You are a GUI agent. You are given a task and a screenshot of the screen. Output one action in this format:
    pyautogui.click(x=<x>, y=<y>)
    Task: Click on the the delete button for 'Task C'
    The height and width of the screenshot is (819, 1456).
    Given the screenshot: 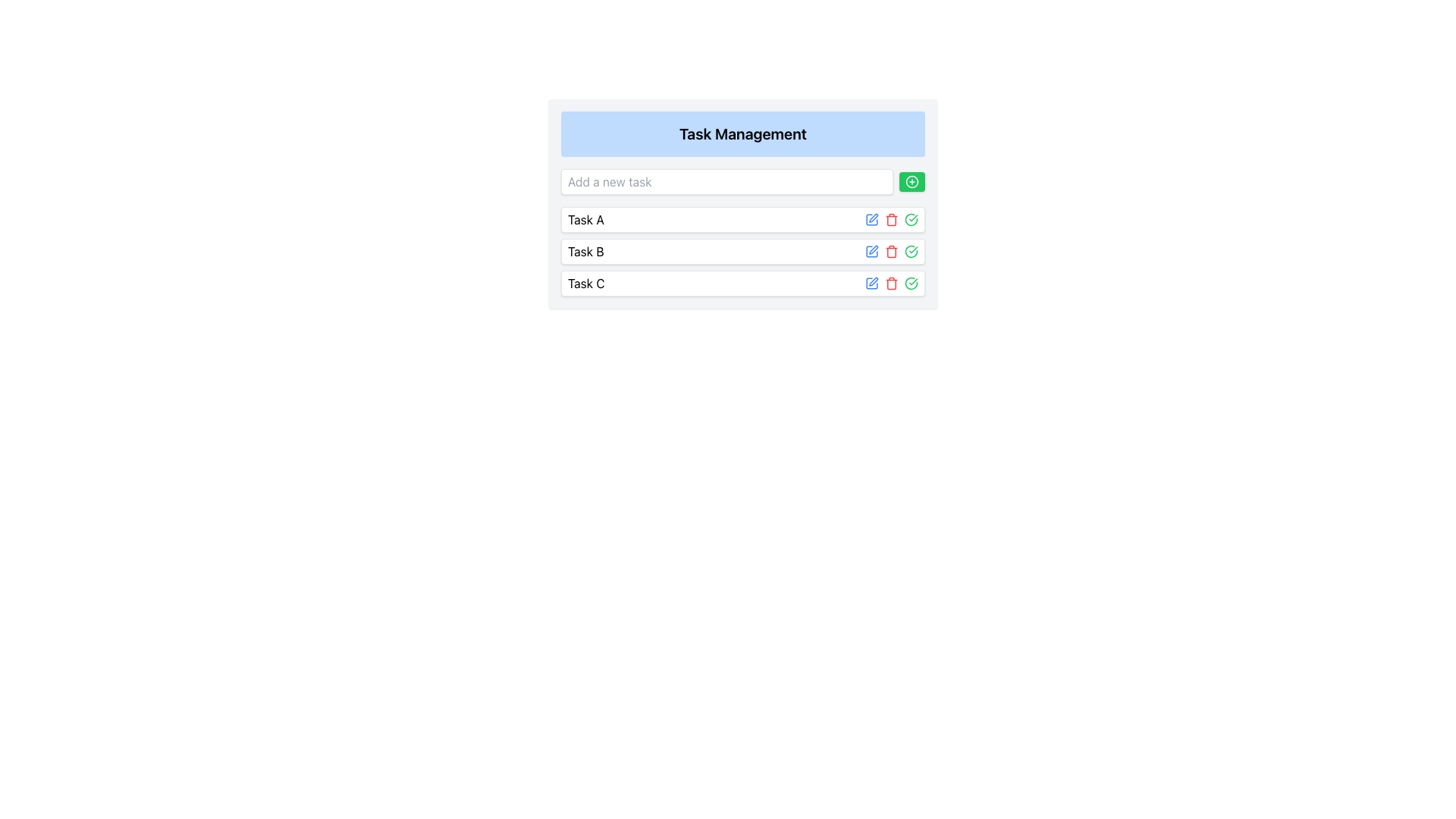 What is the action you would take?
    pyautogui.click(x=892, y=284)
    